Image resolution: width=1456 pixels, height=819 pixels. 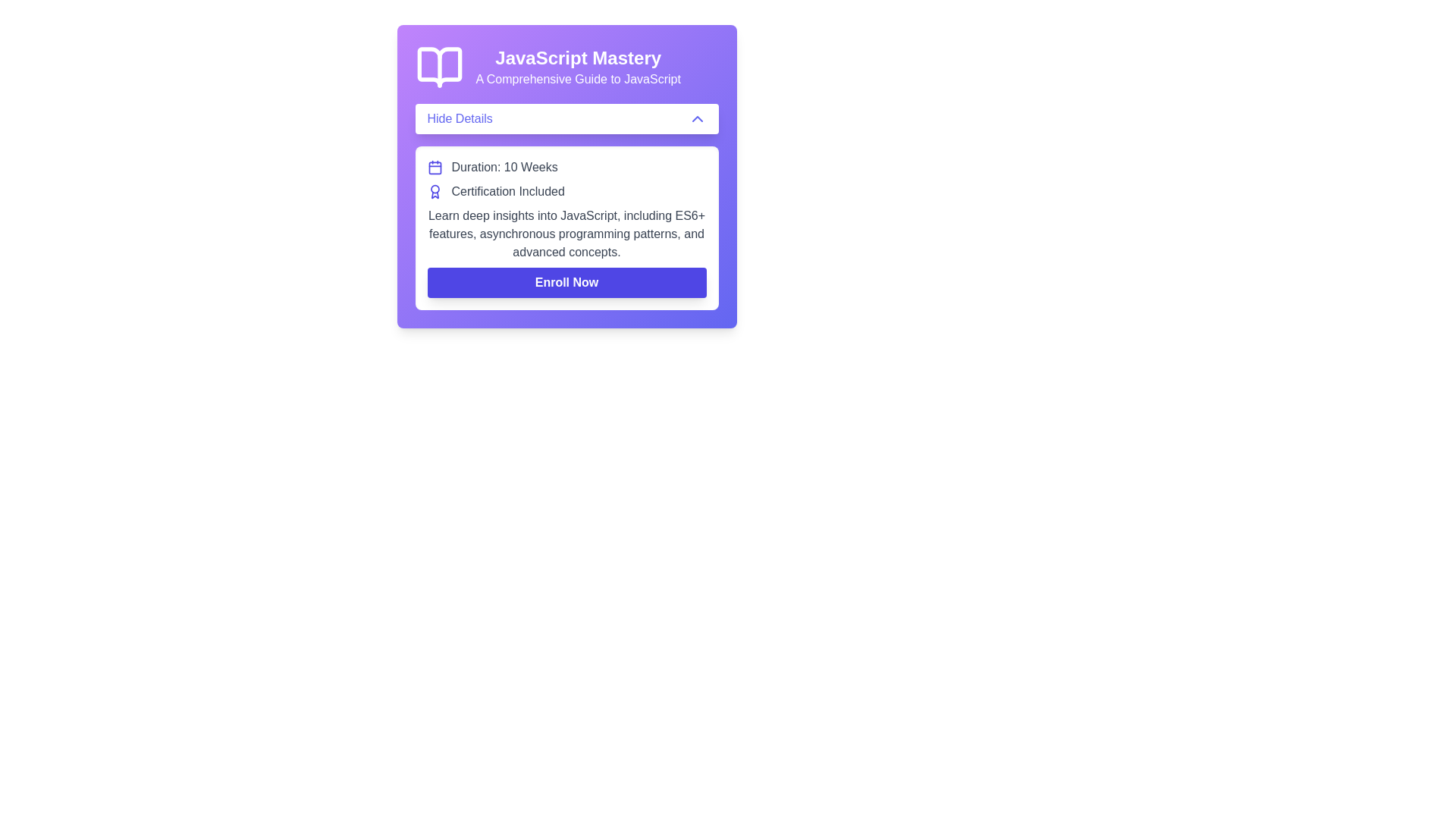 What do you see at coordinates (577, 79) in the screenshot?
I see `the text label reading 'A Comprehensive Guide to JavaScript' displayed below the header 'JavaScript Mastery', which is styled in white against a purple background` at bounding box center [577, 79].